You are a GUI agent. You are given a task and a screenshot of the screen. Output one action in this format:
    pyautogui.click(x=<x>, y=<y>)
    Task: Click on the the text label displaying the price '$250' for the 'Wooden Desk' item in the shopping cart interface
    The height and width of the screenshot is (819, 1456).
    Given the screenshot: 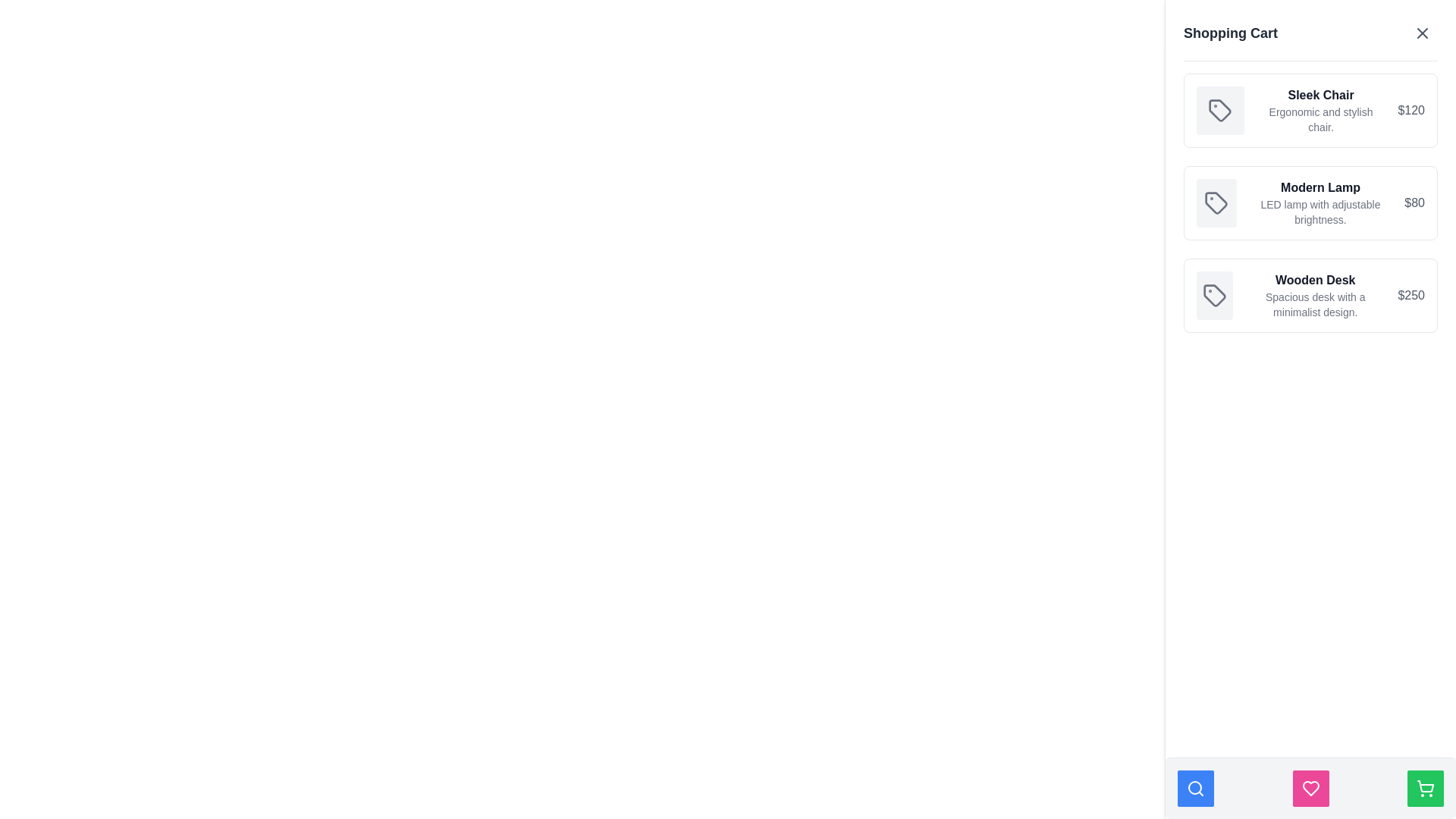 What is the action you would take?
    pyautogui.click(x=1410, y=295)
    